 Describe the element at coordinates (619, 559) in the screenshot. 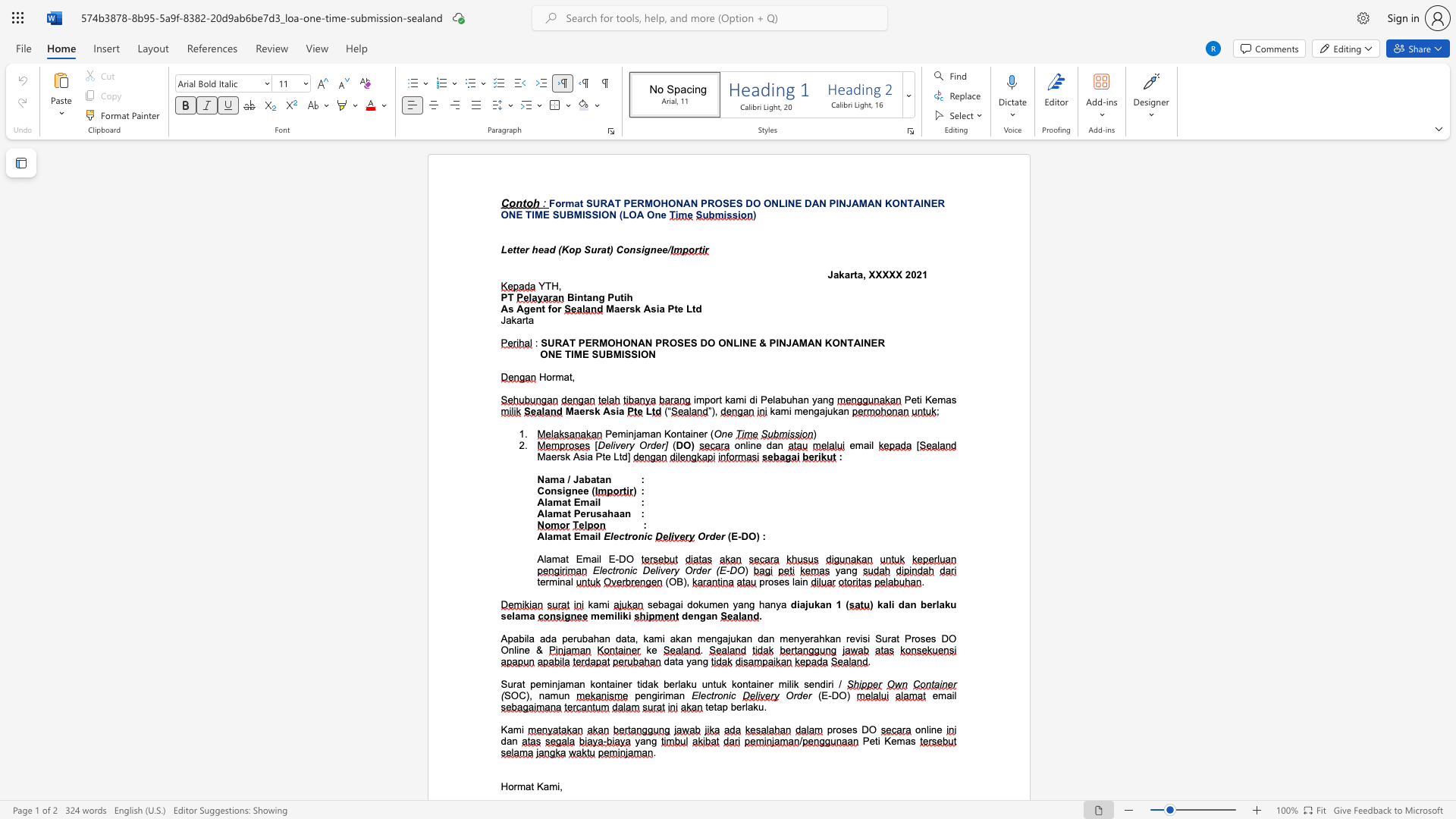

I see `the subset text "DO" within the text "Alamat Email E-DO"` at that location.